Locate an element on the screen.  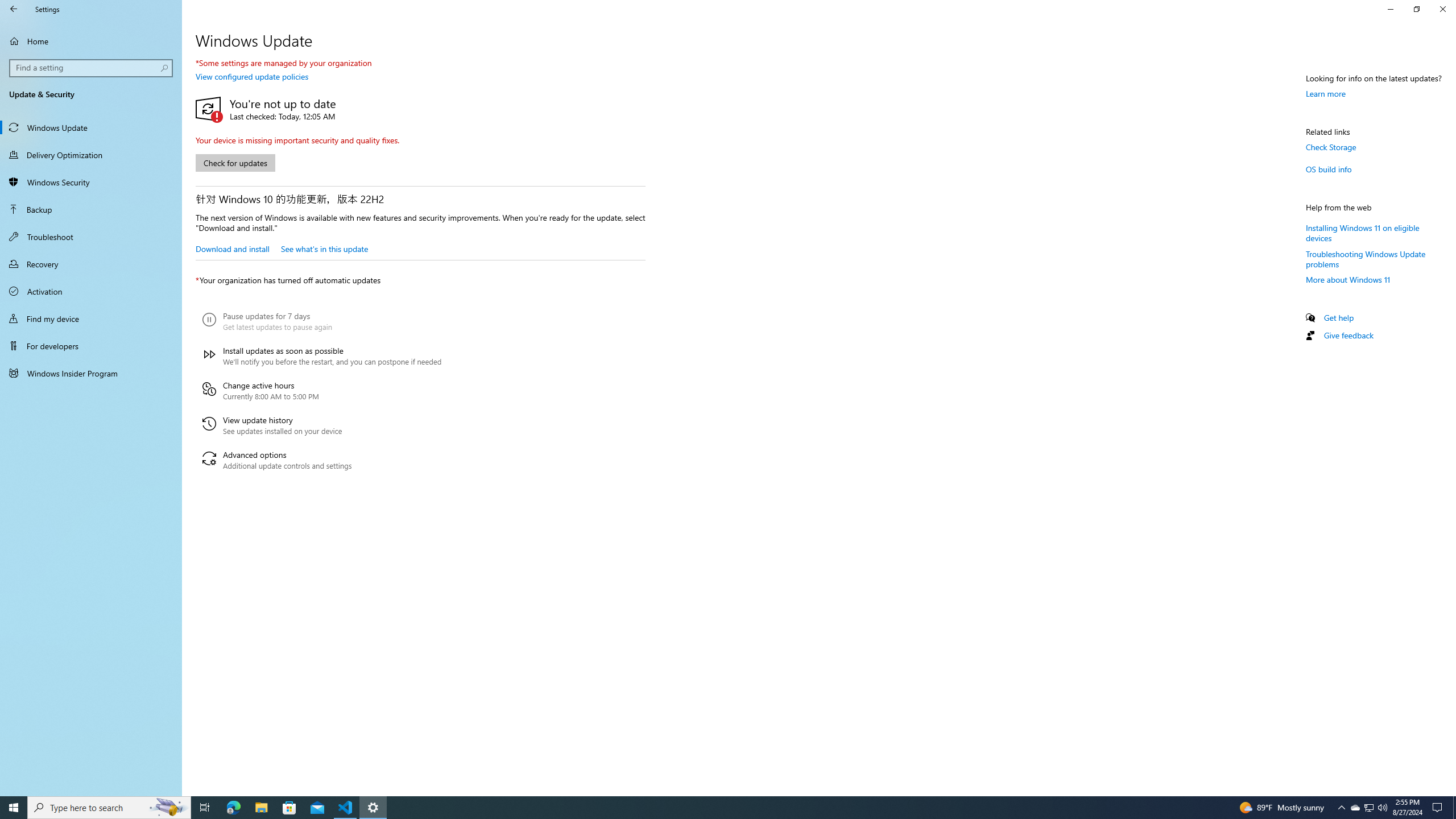
'Visual Studio Code - 1 running window' is located at coordinates (345, 806).